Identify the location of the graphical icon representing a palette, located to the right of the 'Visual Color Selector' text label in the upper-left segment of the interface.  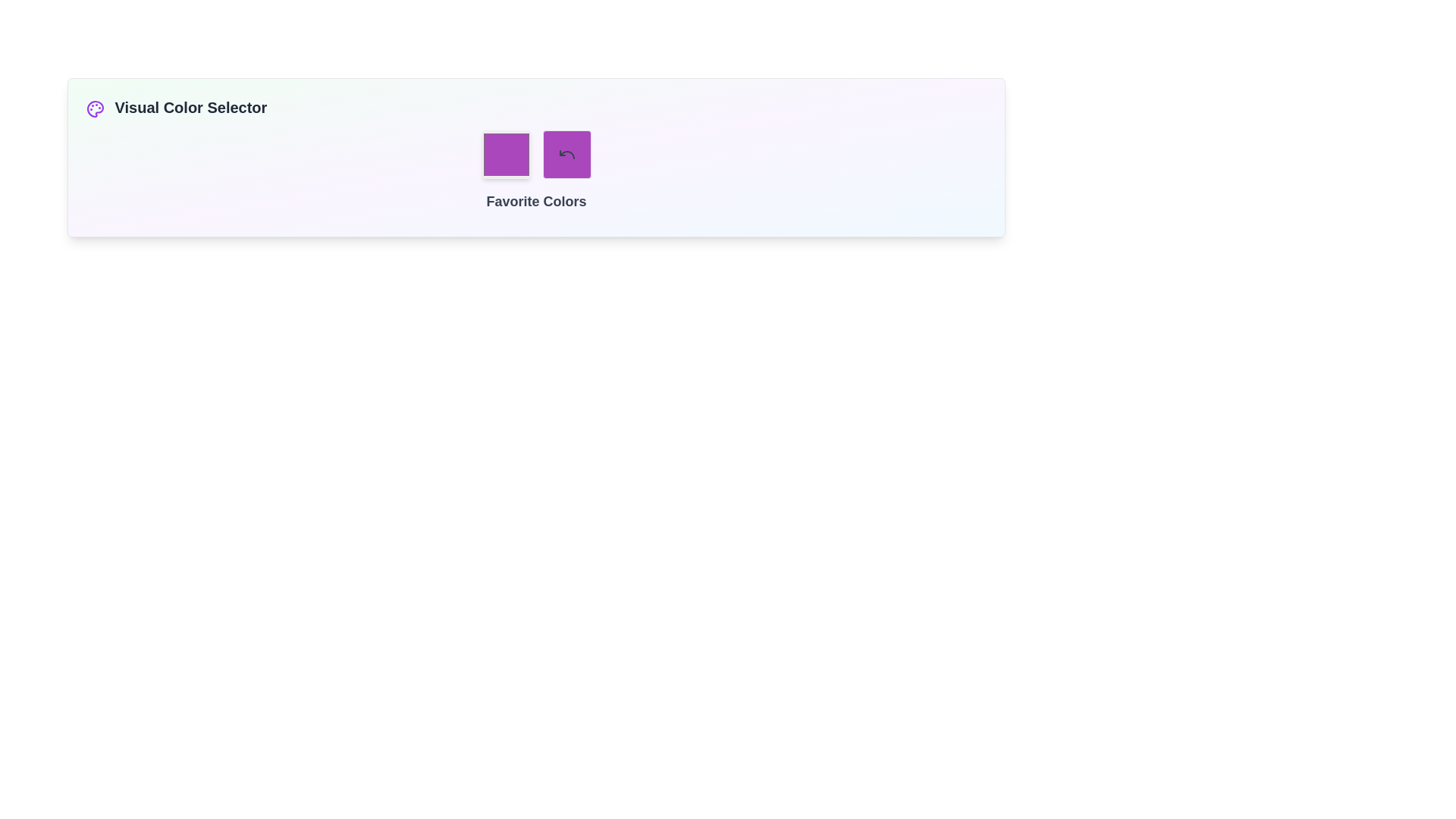
(94, 108).